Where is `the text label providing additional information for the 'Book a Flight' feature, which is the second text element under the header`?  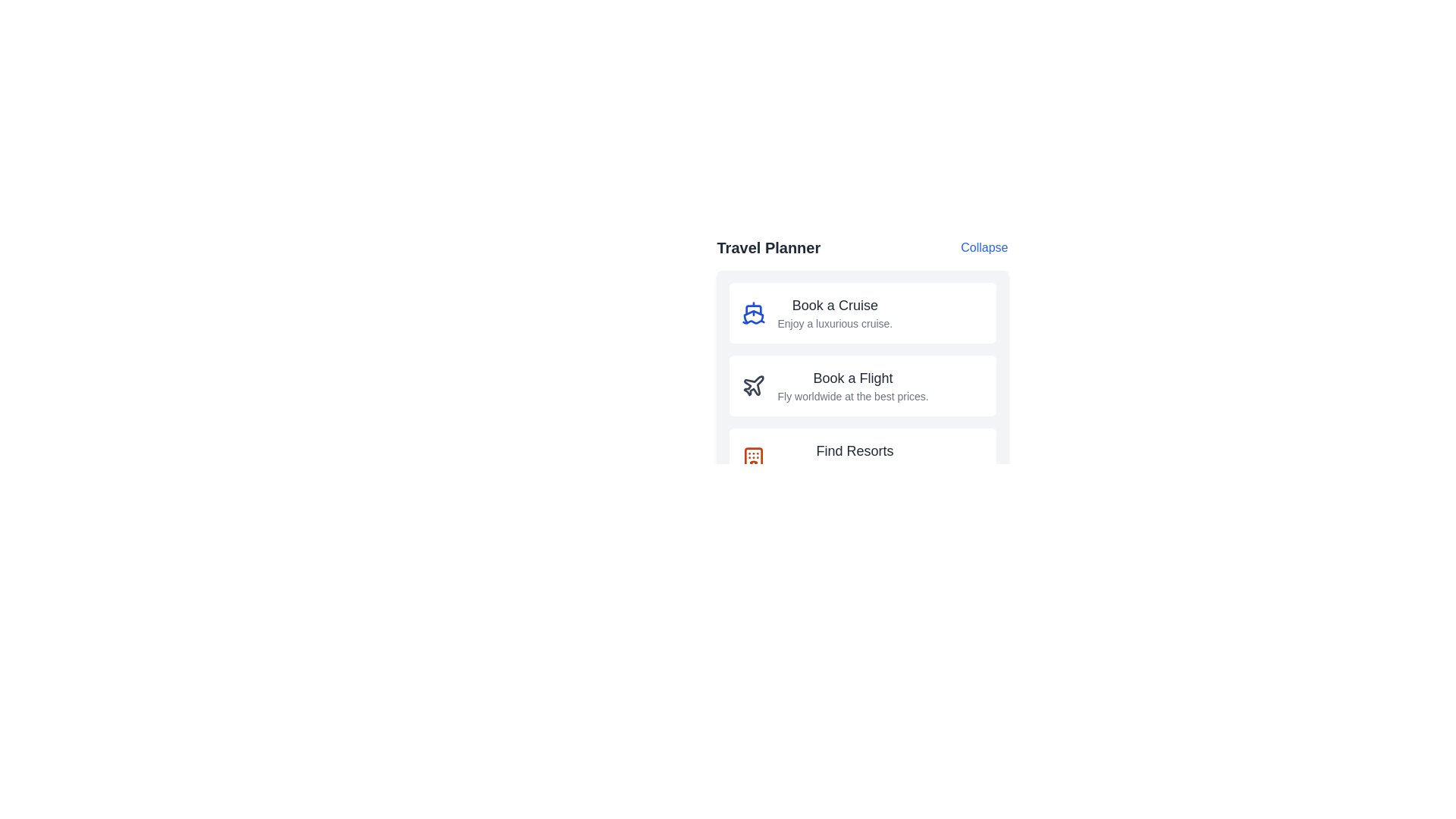 the text label providing additional information for the 'Book a Flight' feature, which is the second text element under the header is located at coordinates (853, 396).